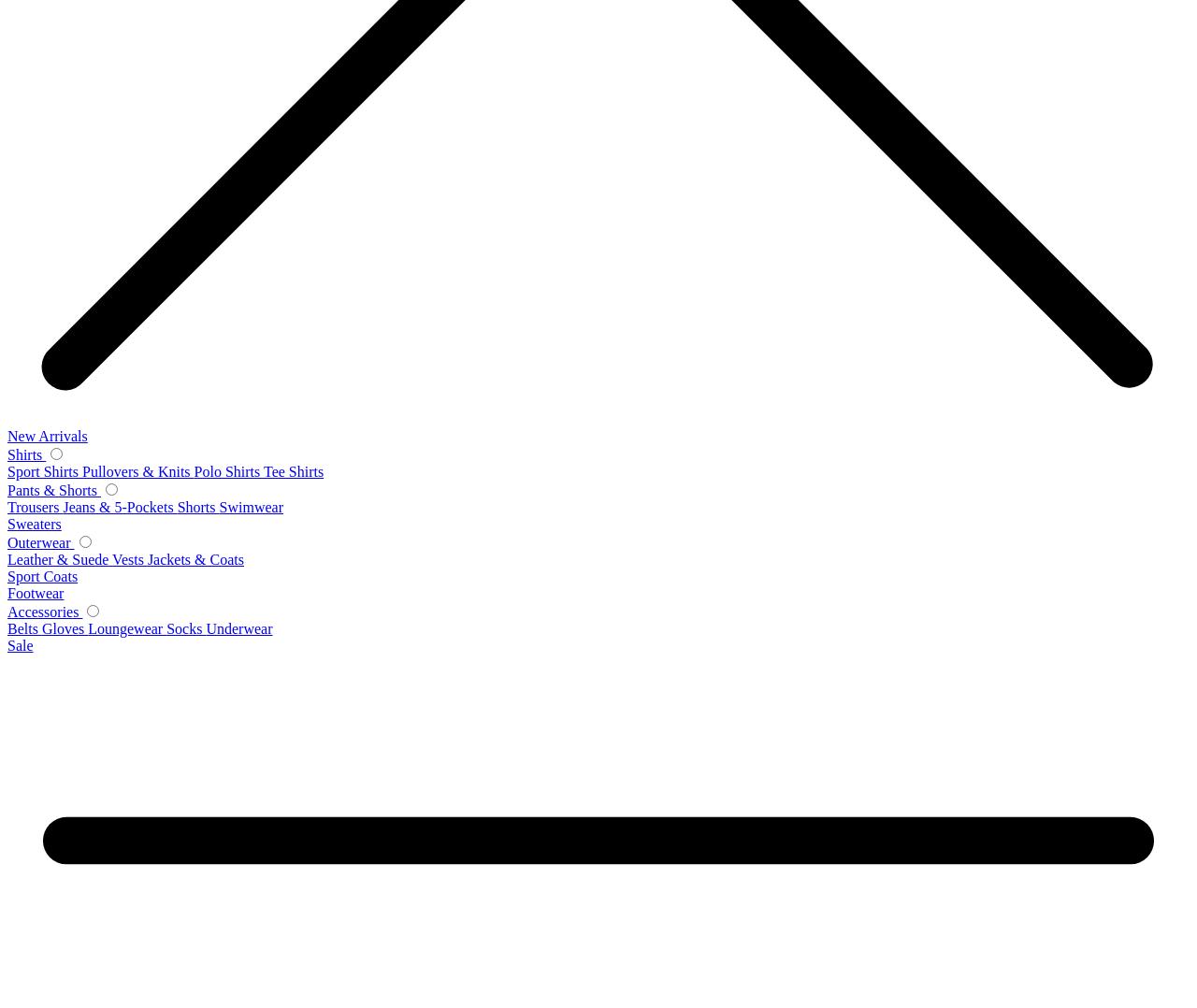 This screenshot has height=1008, width=1197. I want to click on 'Accessories', so click(45, 611).